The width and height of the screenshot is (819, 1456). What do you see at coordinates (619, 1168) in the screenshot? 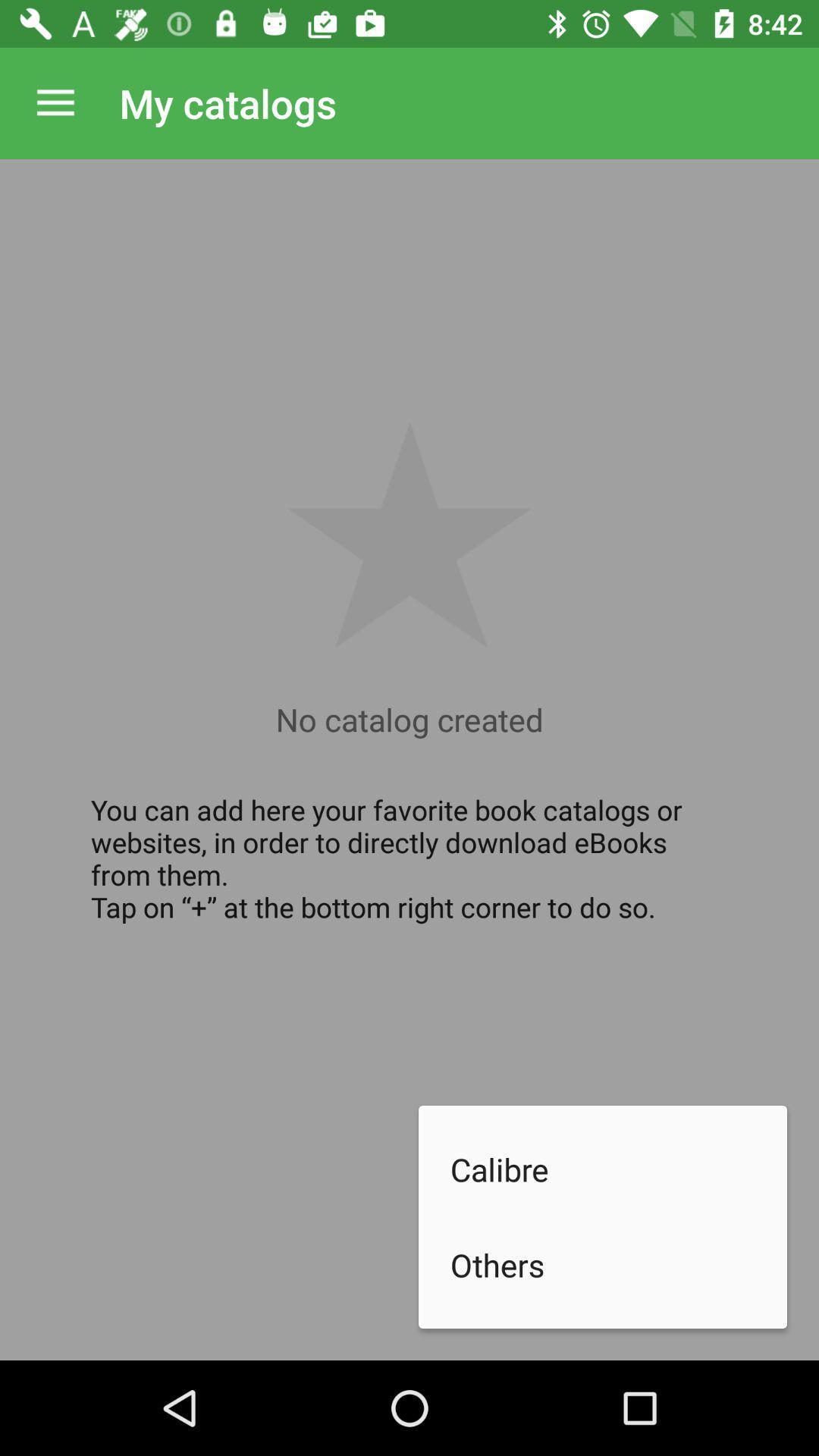
I see `the calibre` at bounding box center [619, 1168].